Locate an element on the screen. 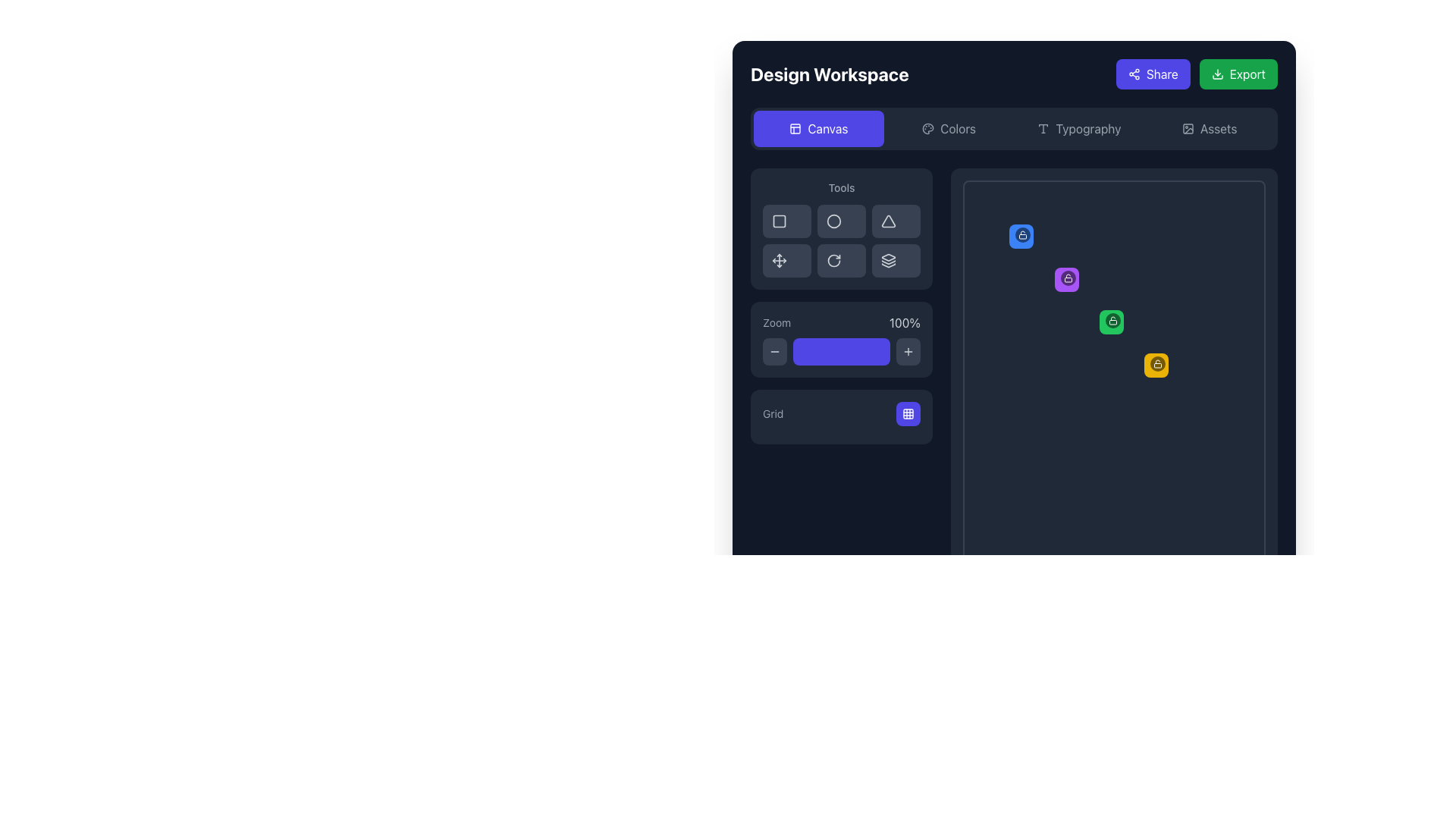  the layer management button located in the bottom-right corner of the 'Tools' section grid is located at coordinates (896, 259).